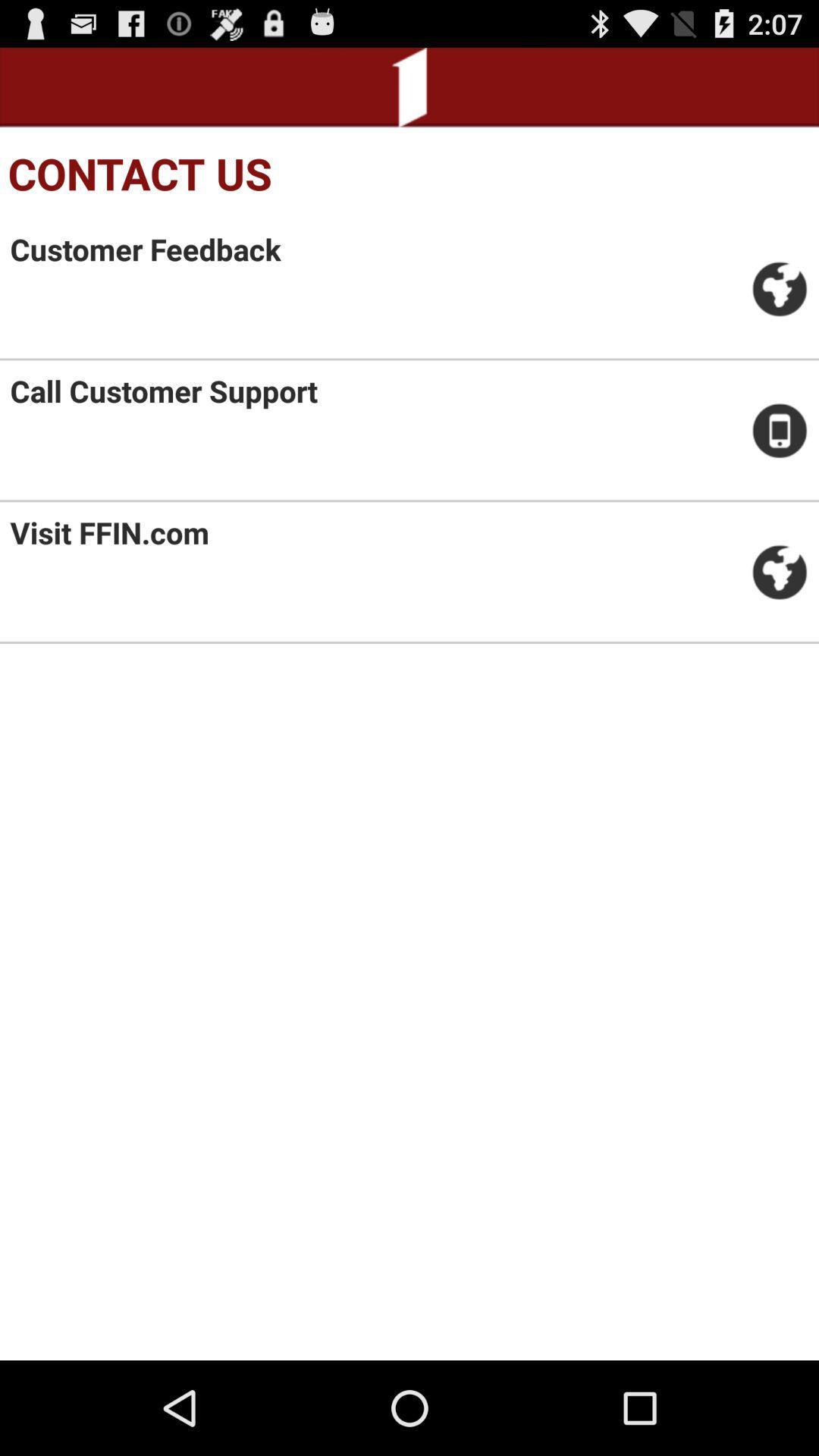  Describe the element at coordinates (108, 532) in the screenshot. I see `the visit ffin.com app` at that location.